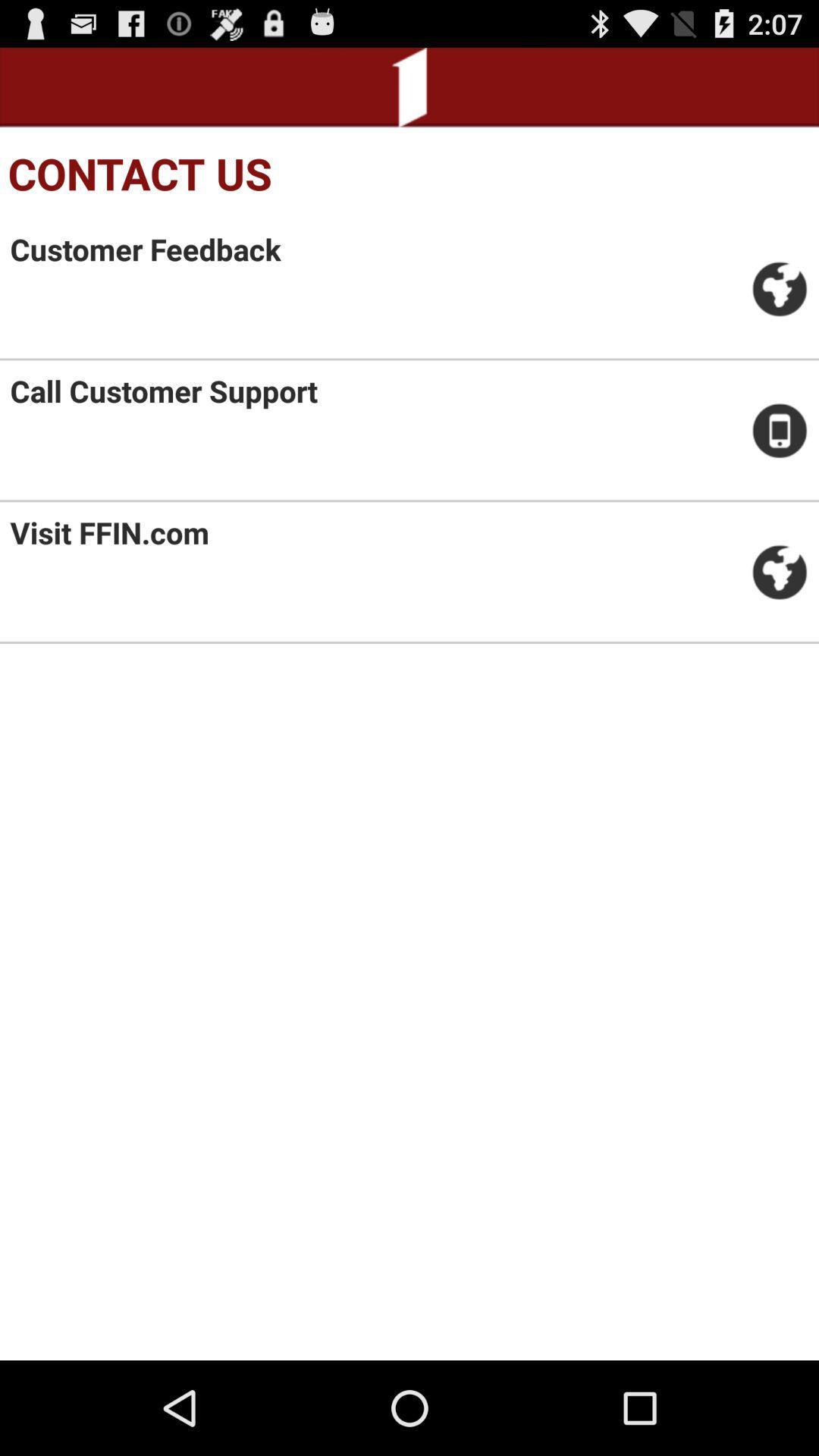  Describe the element at coordinates (108, 532) in the screenshot. I see `the visit ffin.com app` at that location.